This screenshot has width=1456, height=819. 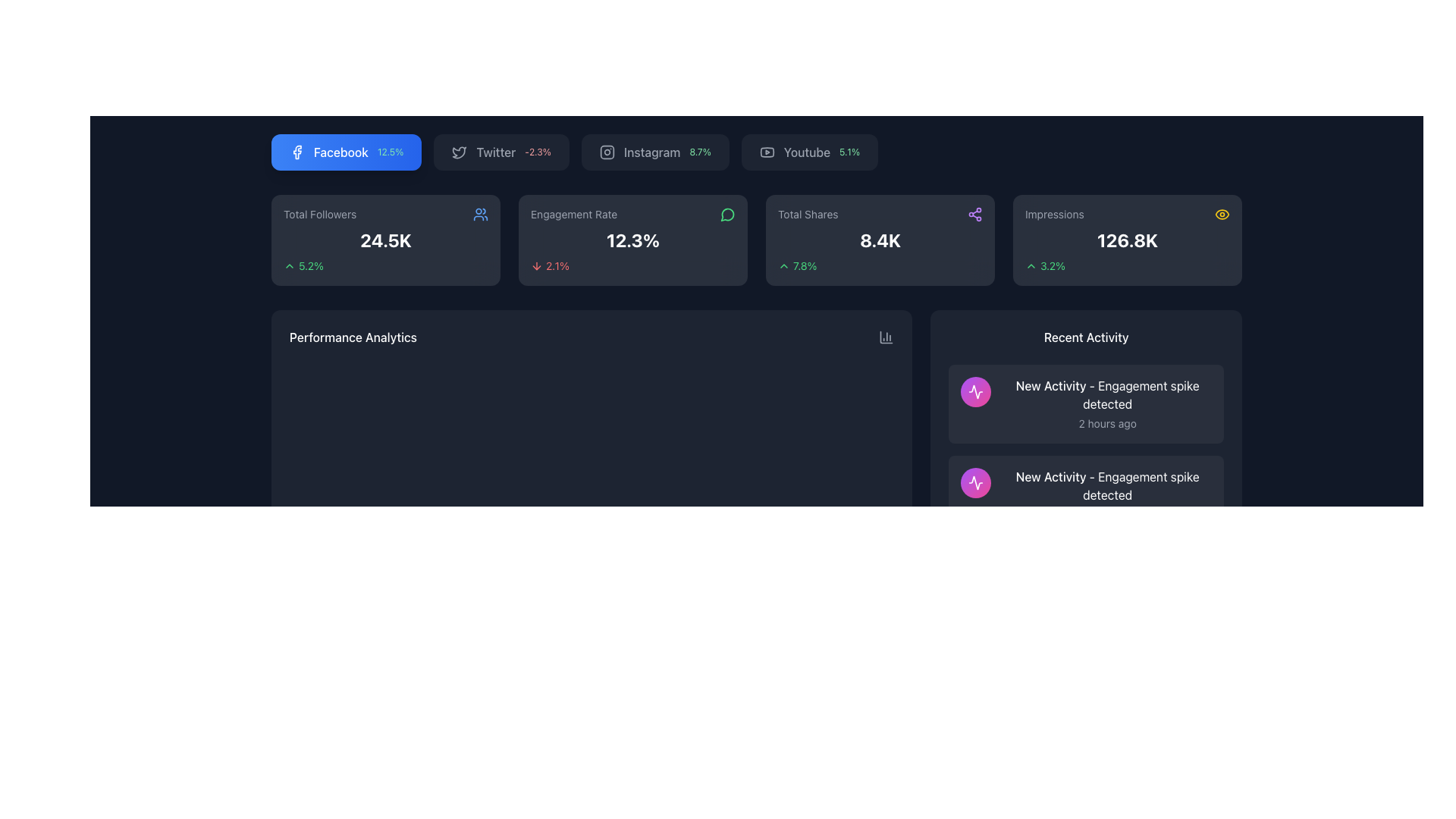 I want to click on the percentage decrease displayed in the informational label showing '2.1%' in red font, located within the 'Engagement Rate' box, so click(x=633, y=265).